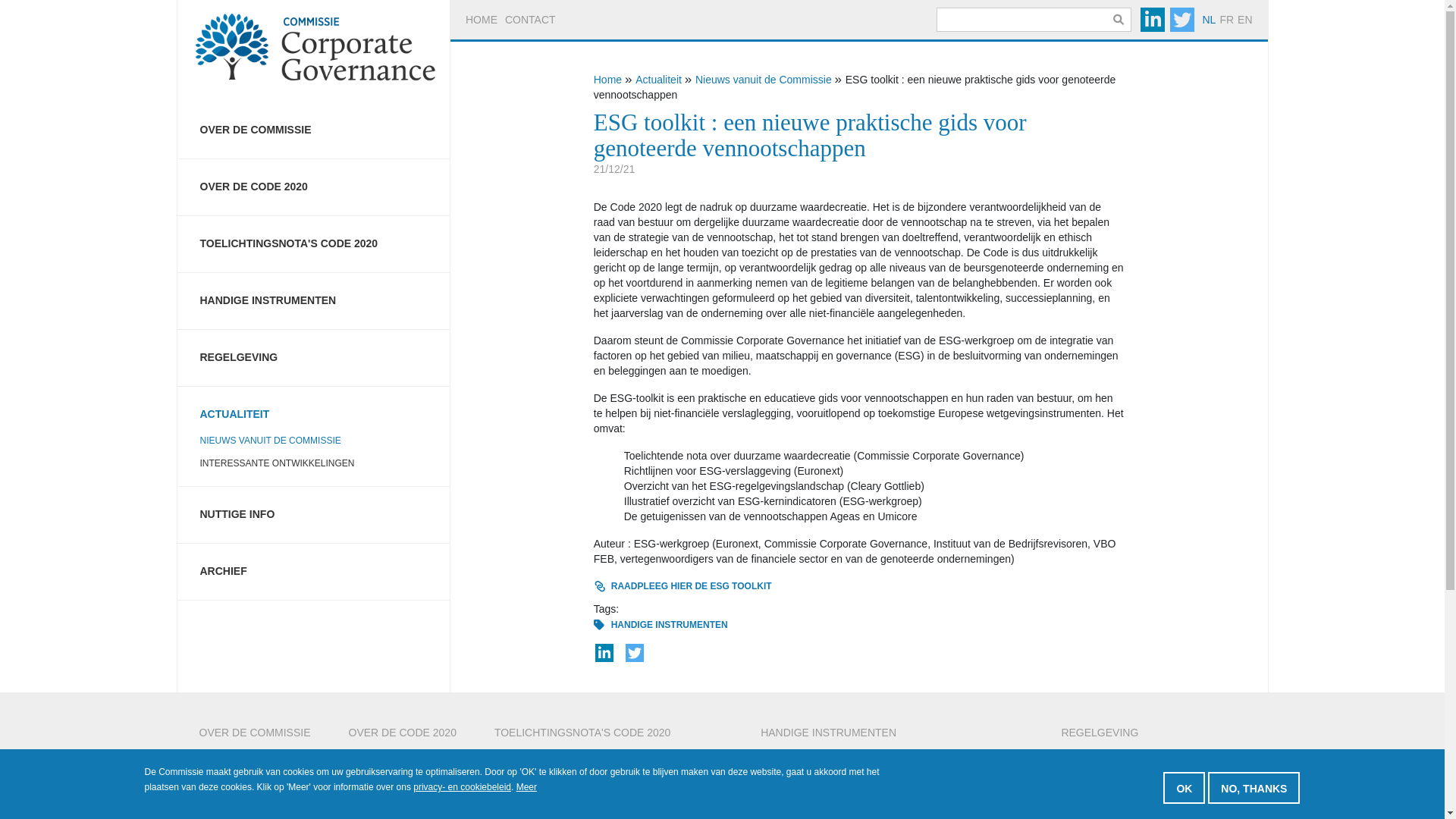 This screenshot has width=1456, height=819. What do you see at coordinates (669, 625) in the screenshot?
I see `'HANDIGE INSTRUMENTEN'` at bounding box center [669, 625].